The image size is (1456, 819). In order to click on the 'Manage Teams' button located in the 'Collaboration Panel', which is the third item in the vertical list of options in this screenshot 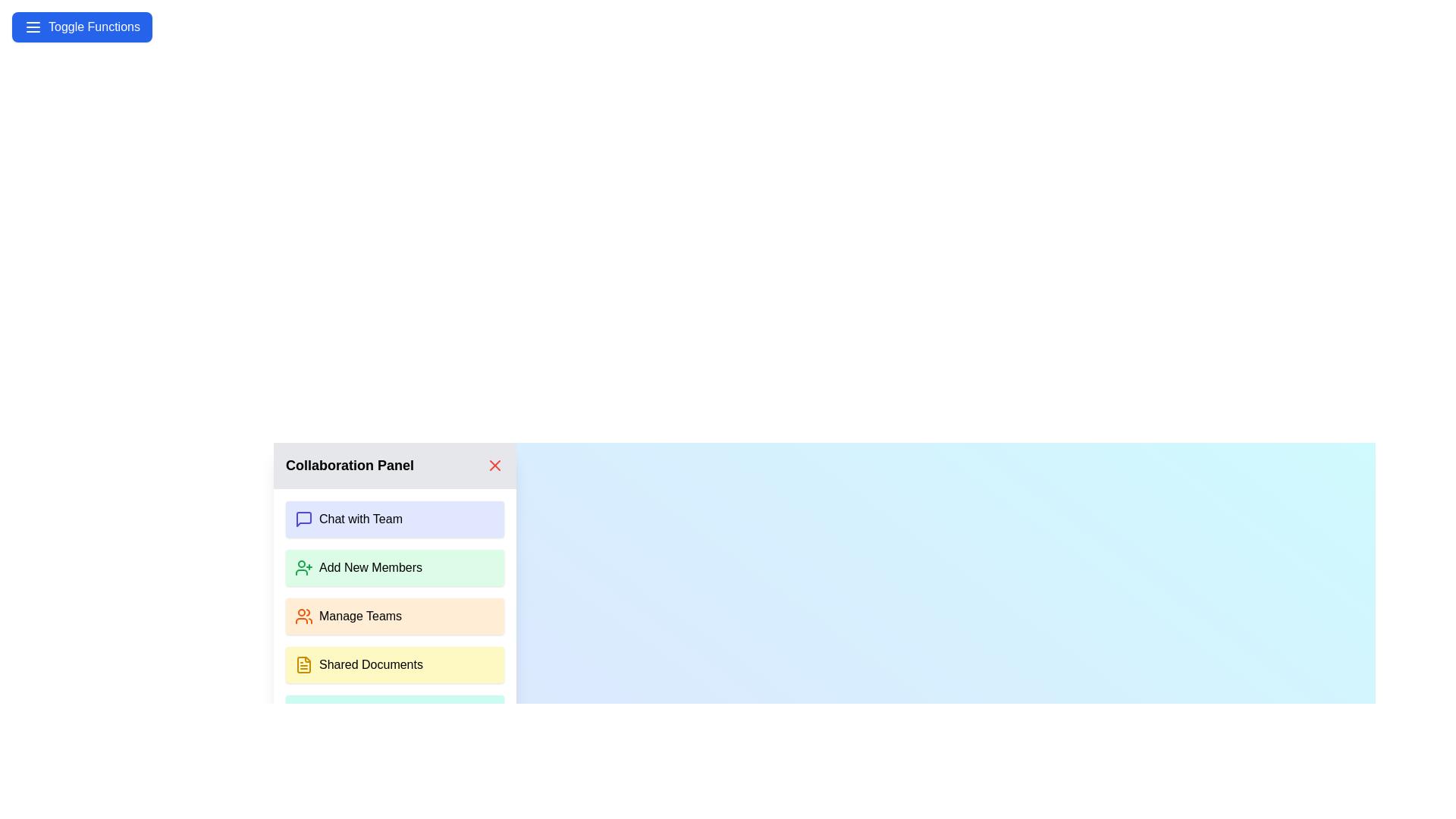, I will do `click(395, 617)`.